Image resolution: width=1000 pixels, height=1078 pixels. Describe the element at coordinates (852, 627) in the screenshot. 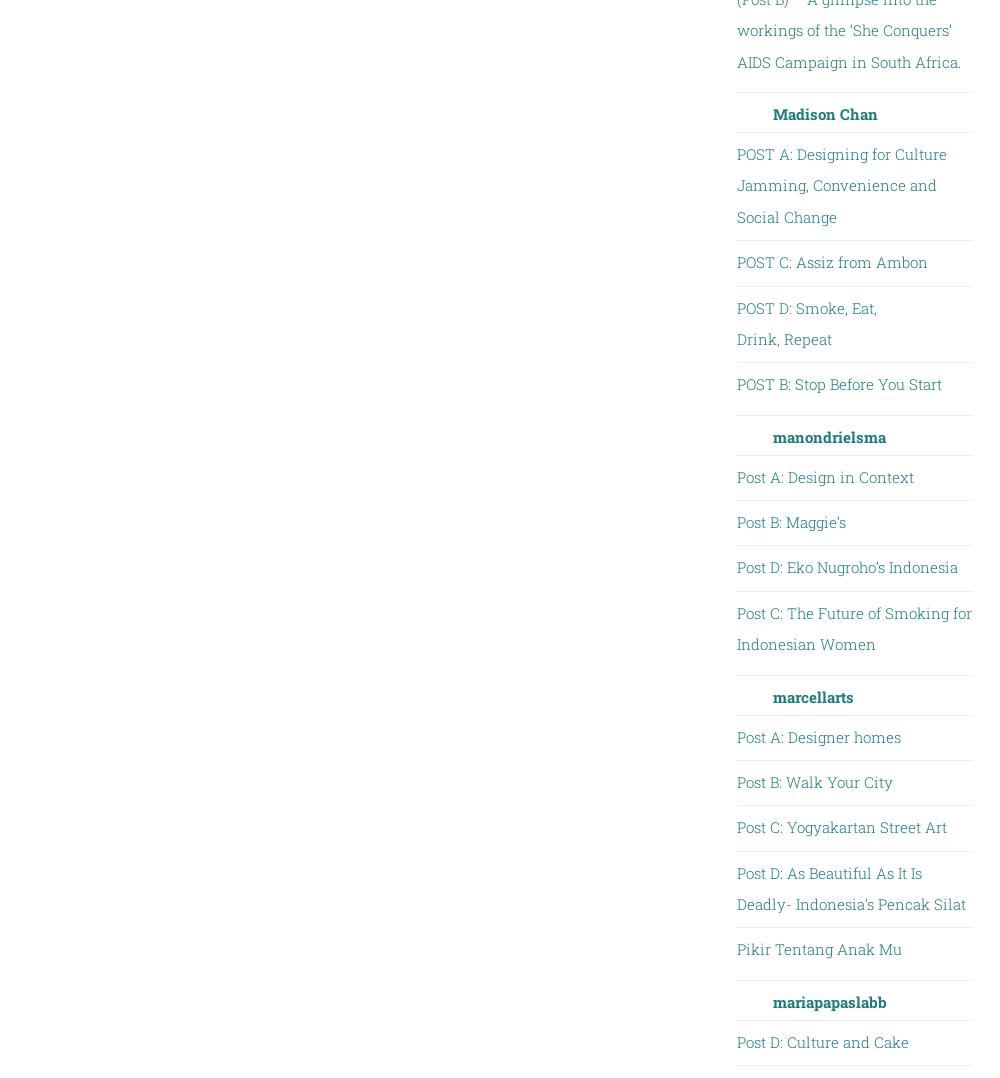

I see `'Post C: The Future of Smoking for Indonesian Women'` at that location.